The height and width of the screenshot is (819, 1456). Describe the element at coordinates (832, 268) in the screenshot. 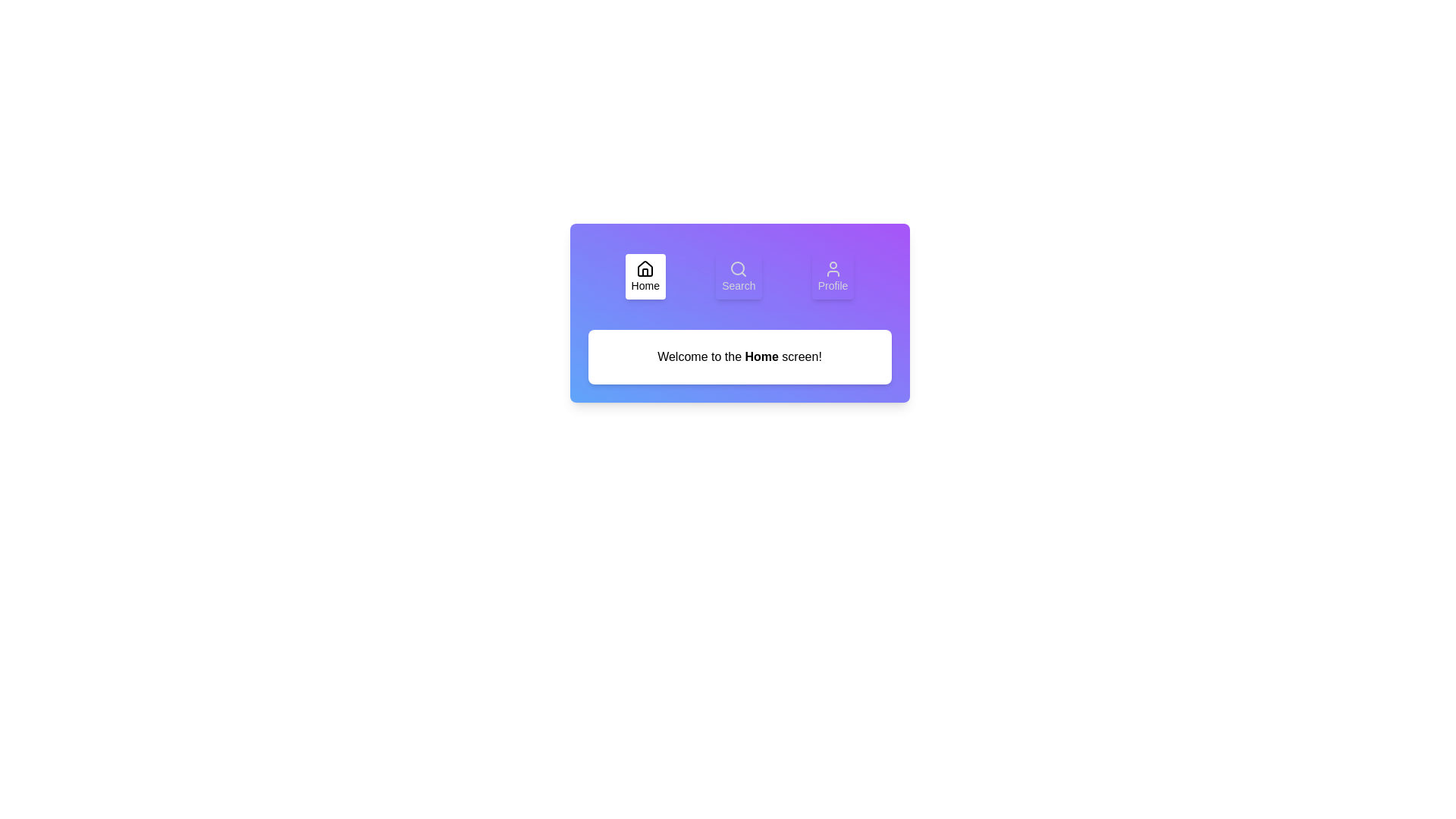

I see `the user profile icon, which is the third menu item at the top-center of the interface` at that location.